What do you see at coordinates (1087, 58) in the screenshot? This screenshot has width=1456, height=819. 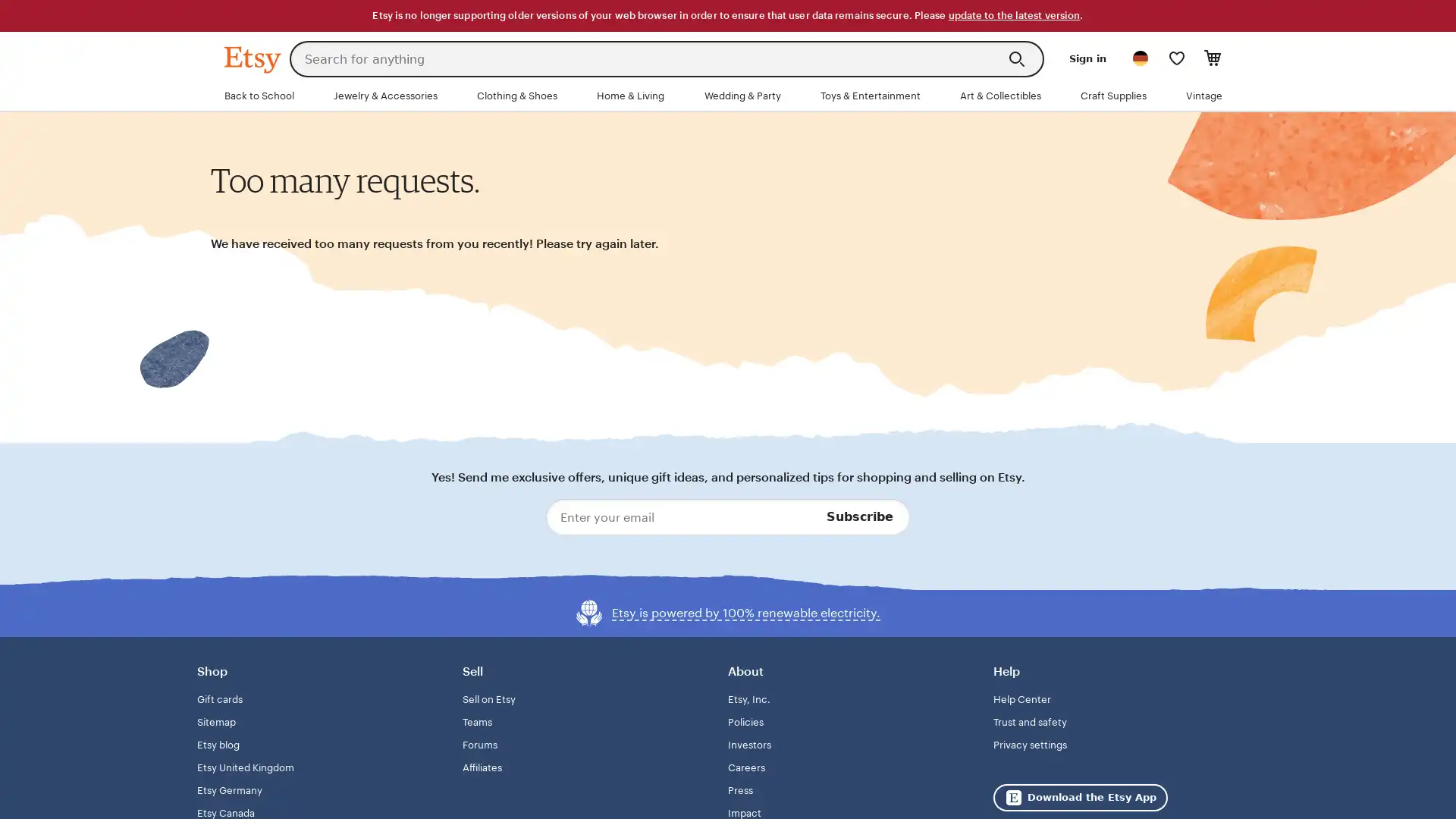 I see `Sign in` at bounding box center [1087, 58].